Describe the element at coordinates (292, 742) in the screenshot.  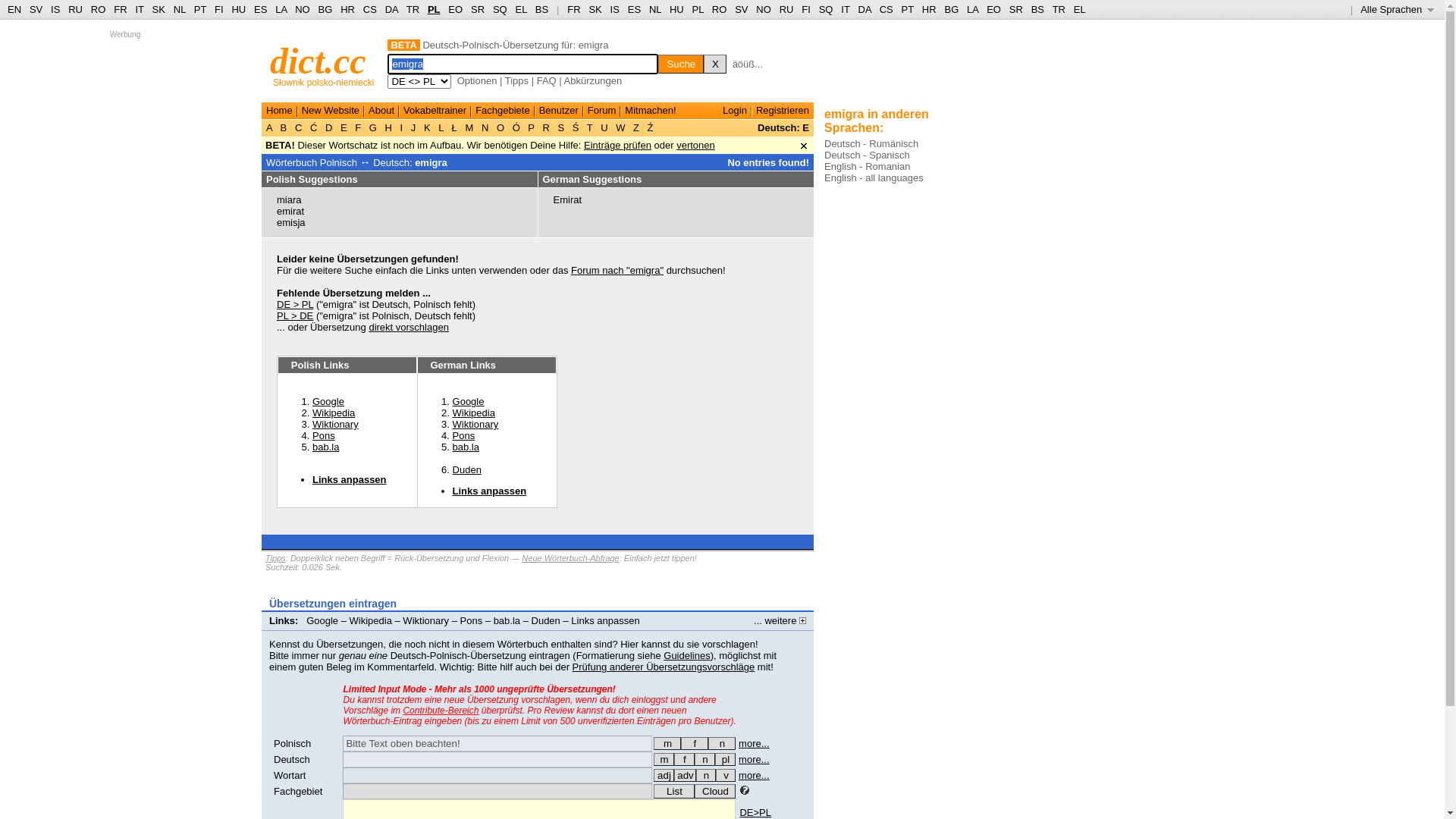
I see `'Polnisch'` at that location.